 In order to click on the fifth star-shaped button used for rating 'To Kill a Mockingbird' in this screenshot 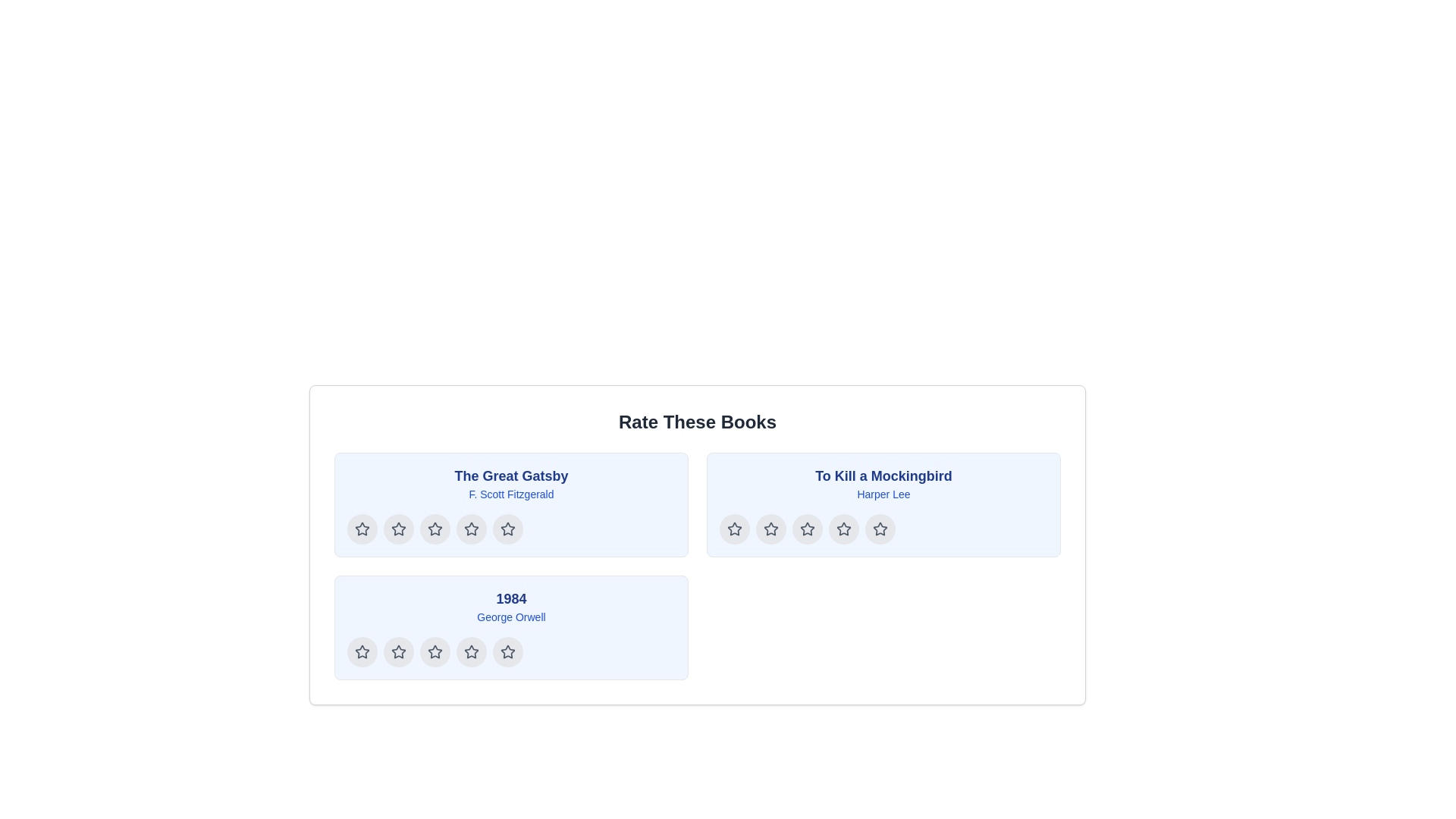, I will do `click(880, 529)`.